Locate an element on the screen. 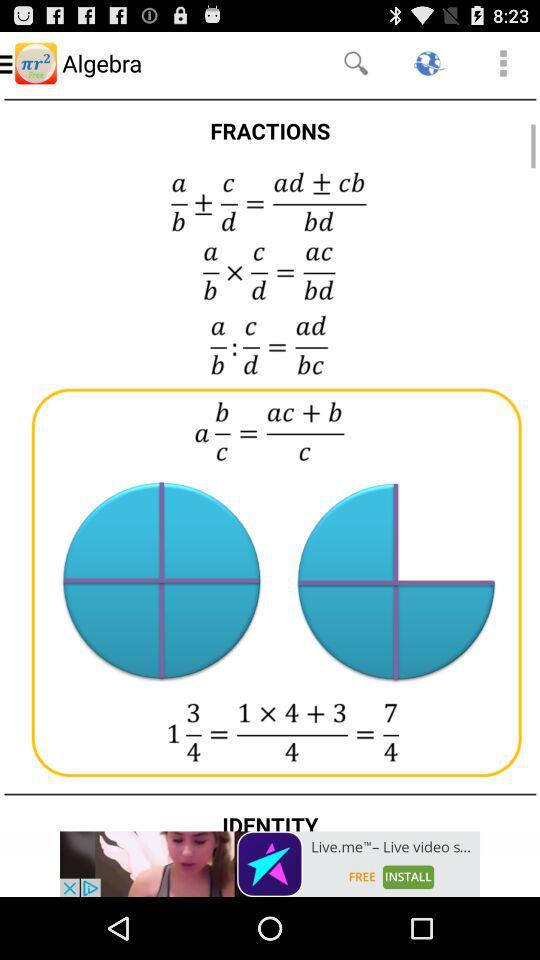 This screenshot has width=540, height=960. advertisement is located at coordinates (270, 863).